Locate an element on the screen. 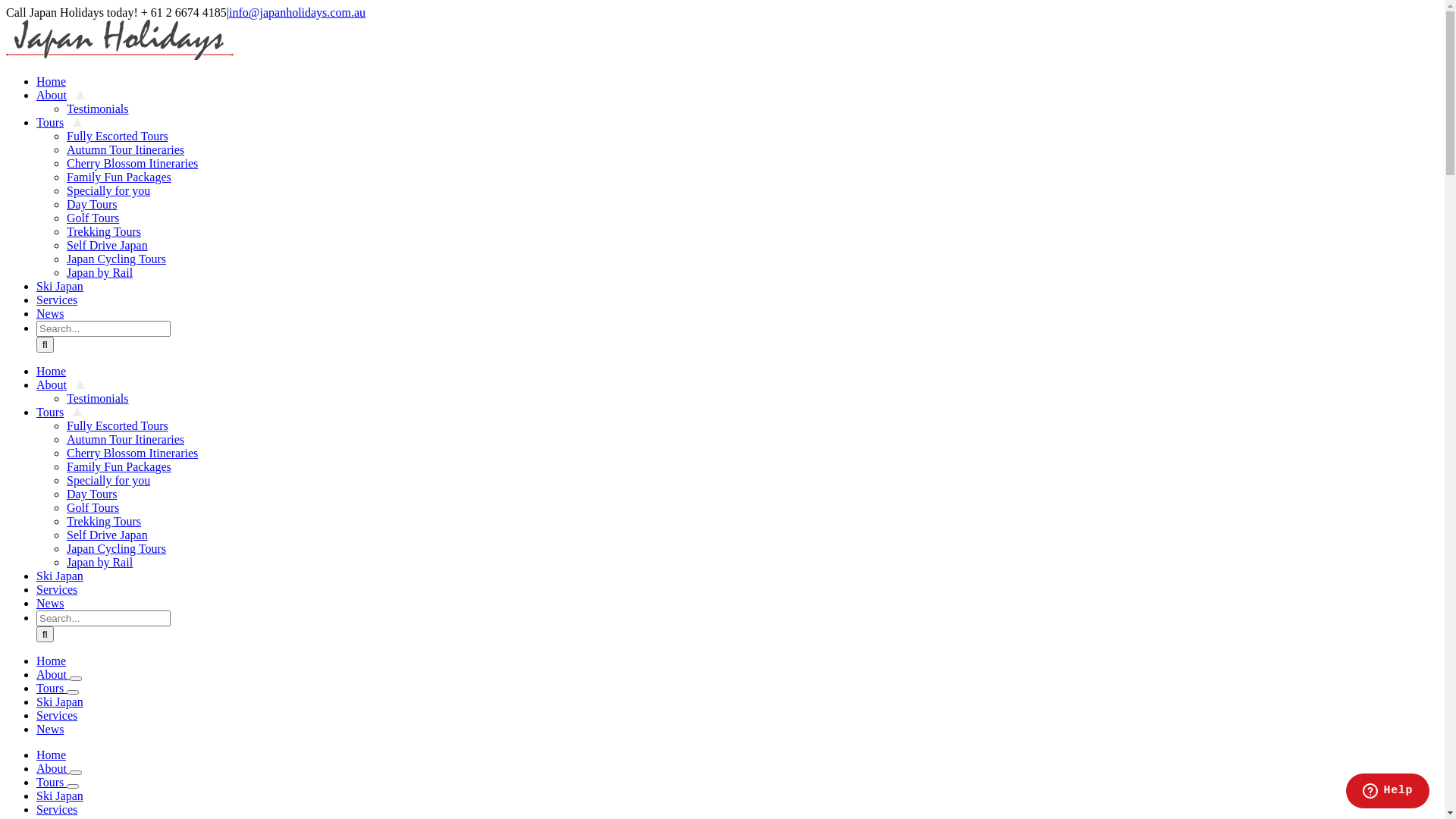  'Japan by Rail' is located at coordinates (65, 271).